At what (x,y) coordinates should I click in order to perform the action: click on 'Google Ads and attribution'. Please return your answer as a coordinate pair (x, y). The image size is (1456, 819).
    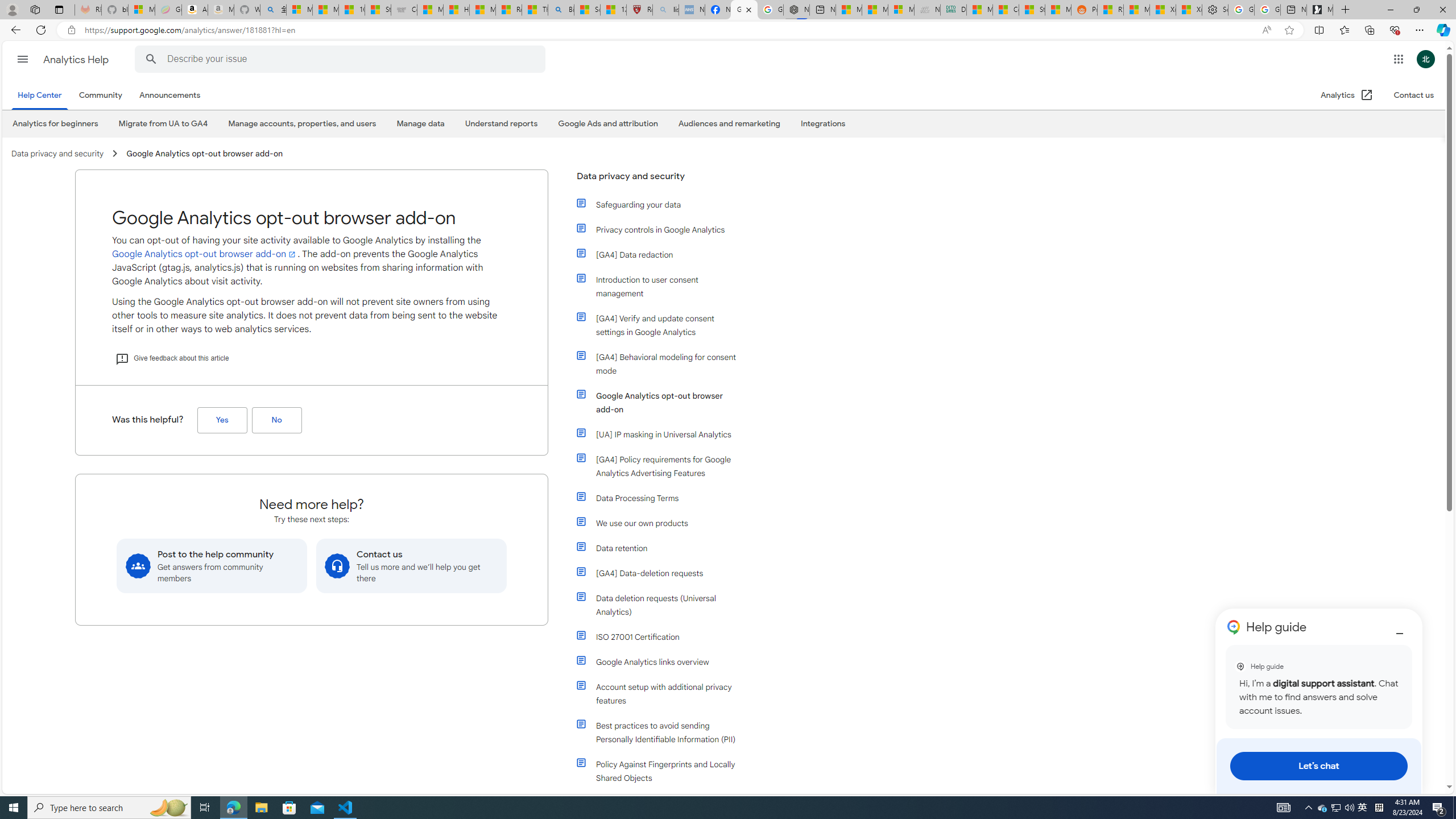
    Looking at the image, I should click on (607, 123).